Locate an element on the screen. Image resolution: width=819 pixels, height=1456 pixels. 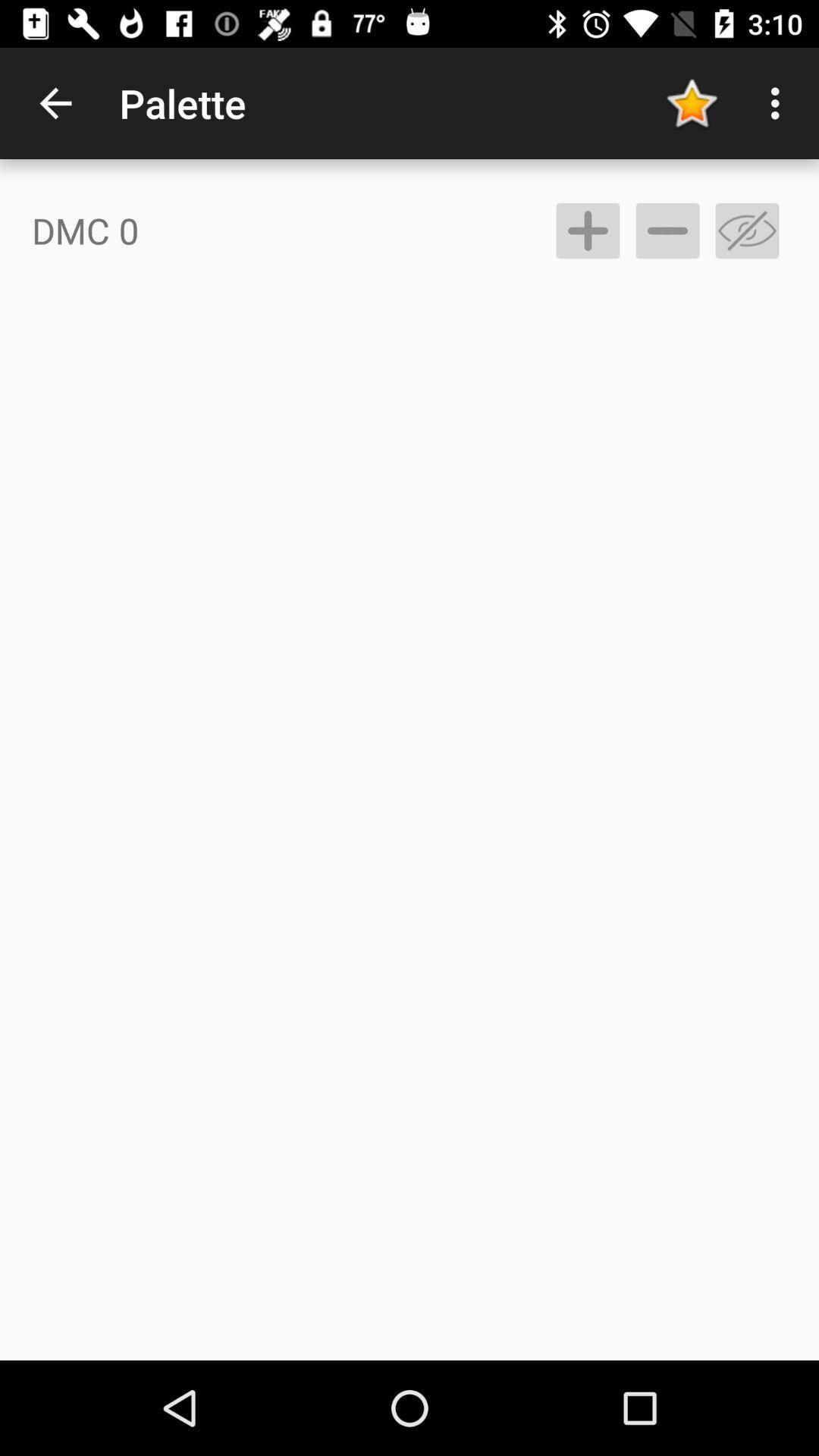
icon to the left of the palette is located at coordinates (55, 102).